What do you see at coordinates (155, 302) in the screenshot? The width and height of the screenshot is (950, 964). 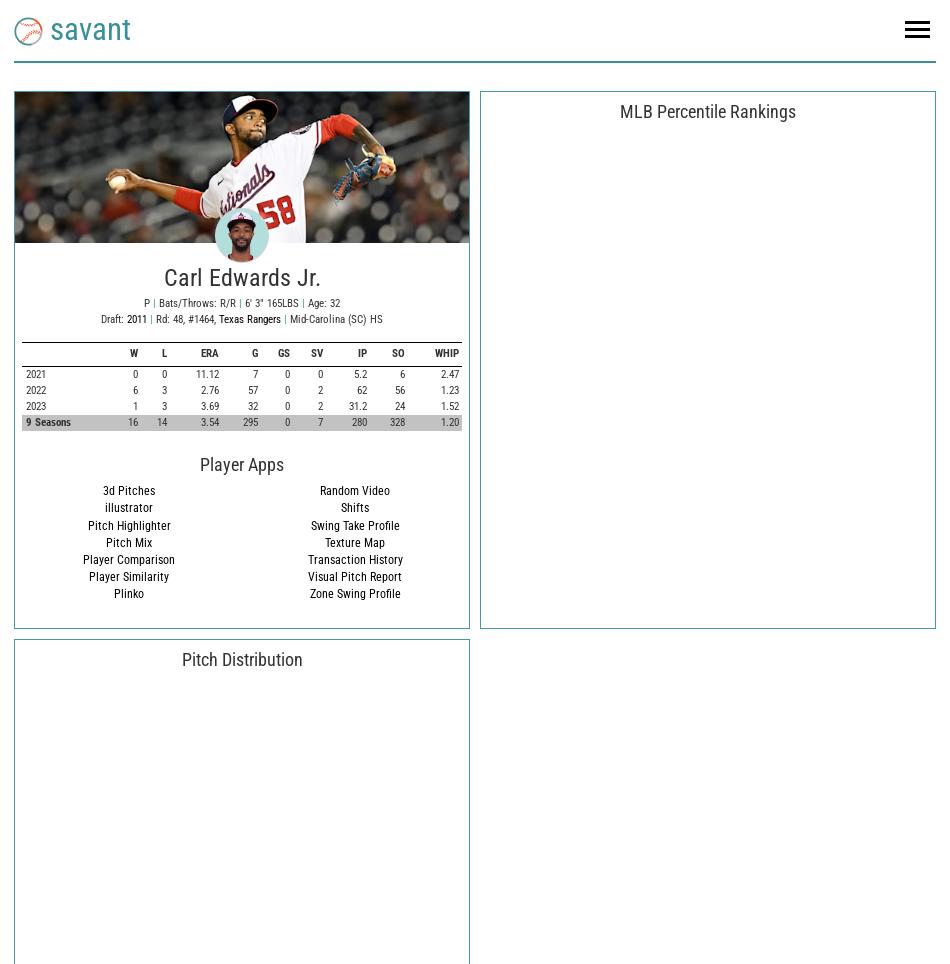 I see `'Bats/Throws:
                            R/R'` at bounding box center [155, 302].